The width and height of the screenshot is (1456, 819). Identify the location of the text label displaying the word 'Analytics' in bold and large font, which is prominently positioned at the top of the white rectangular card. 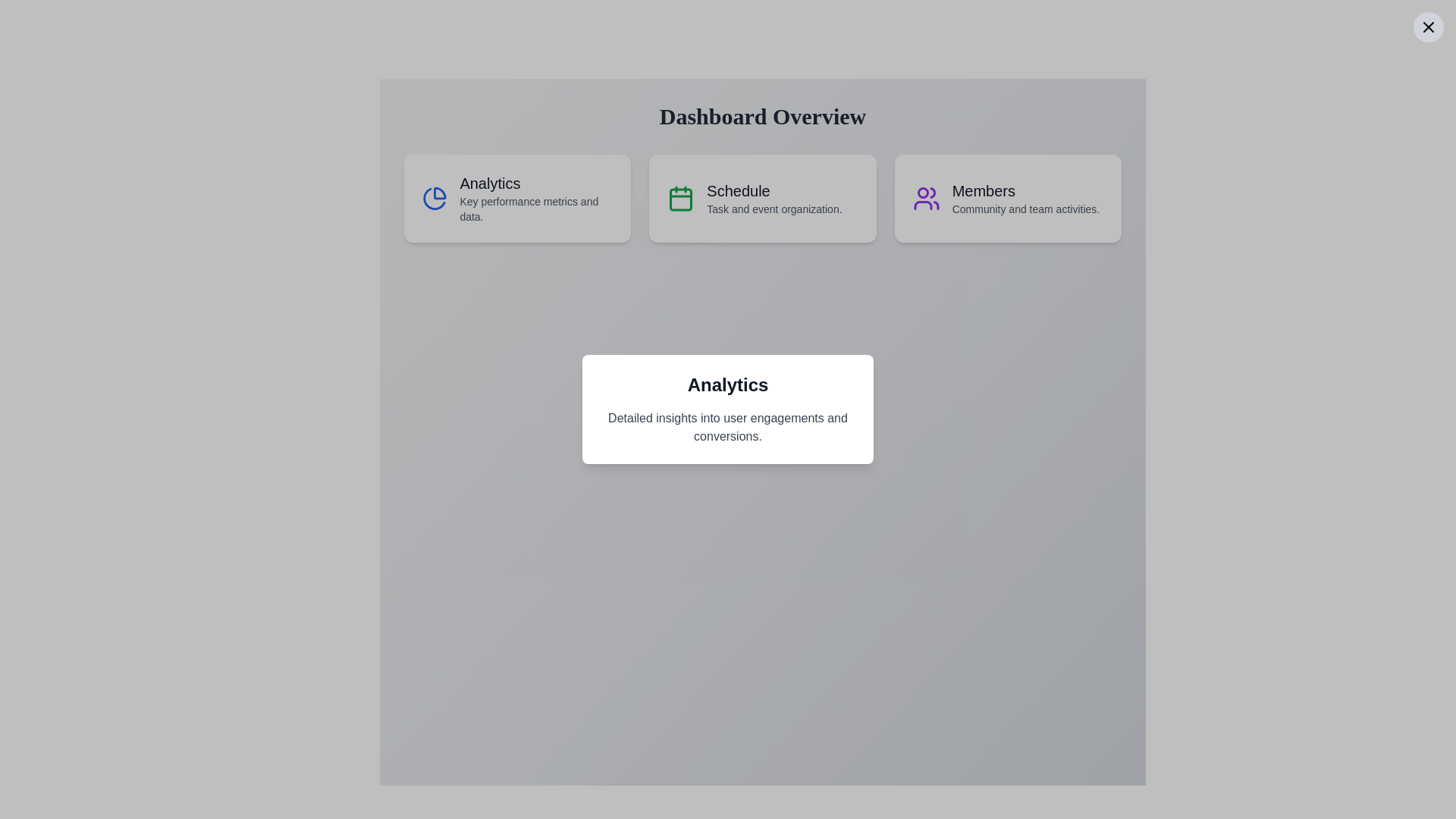
(728, 384).